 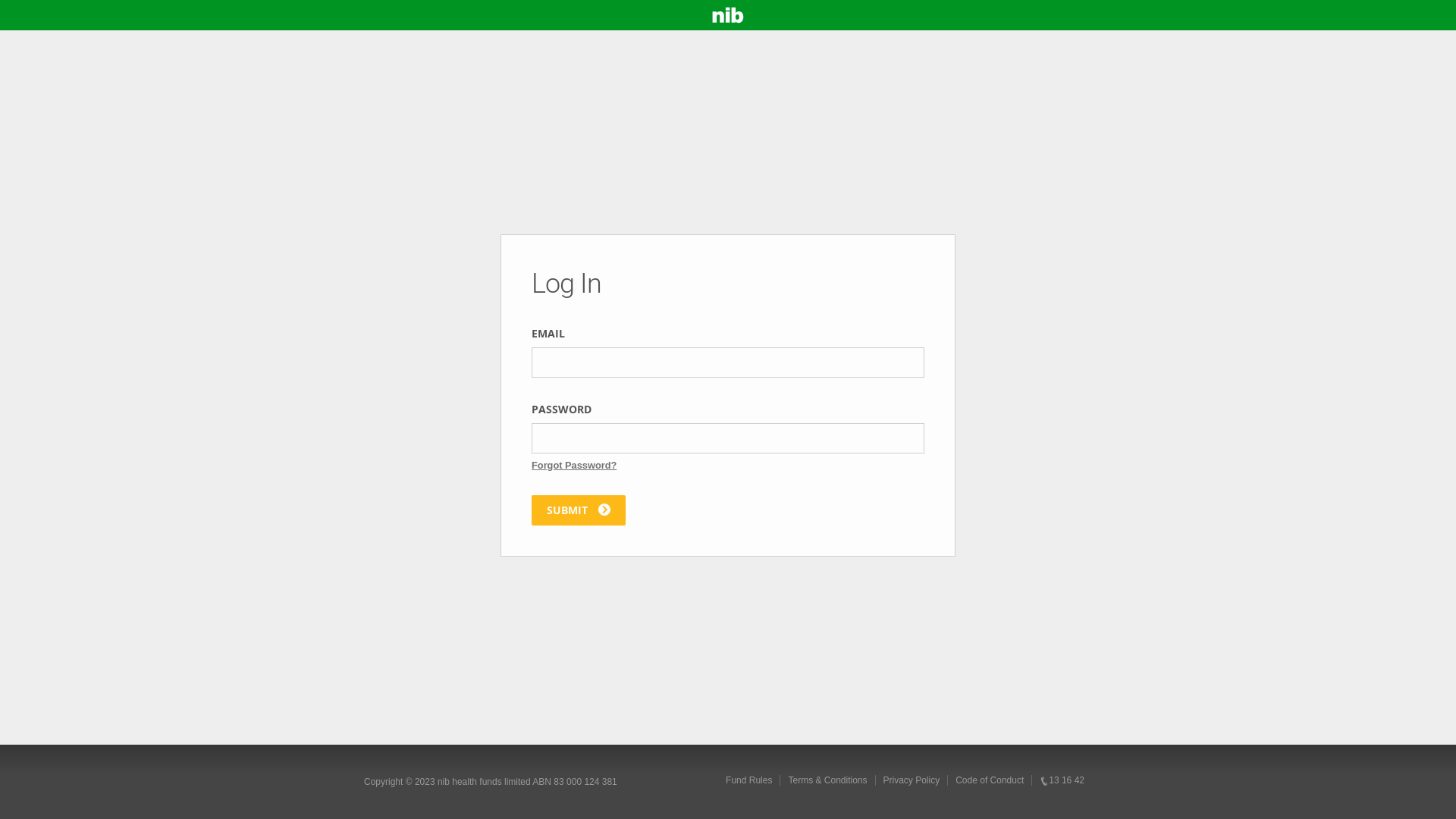 What do you see at coordinates (989, 780) in the screenshot?
I see `'Code of Conduct'` at bounding box center [989, 780].